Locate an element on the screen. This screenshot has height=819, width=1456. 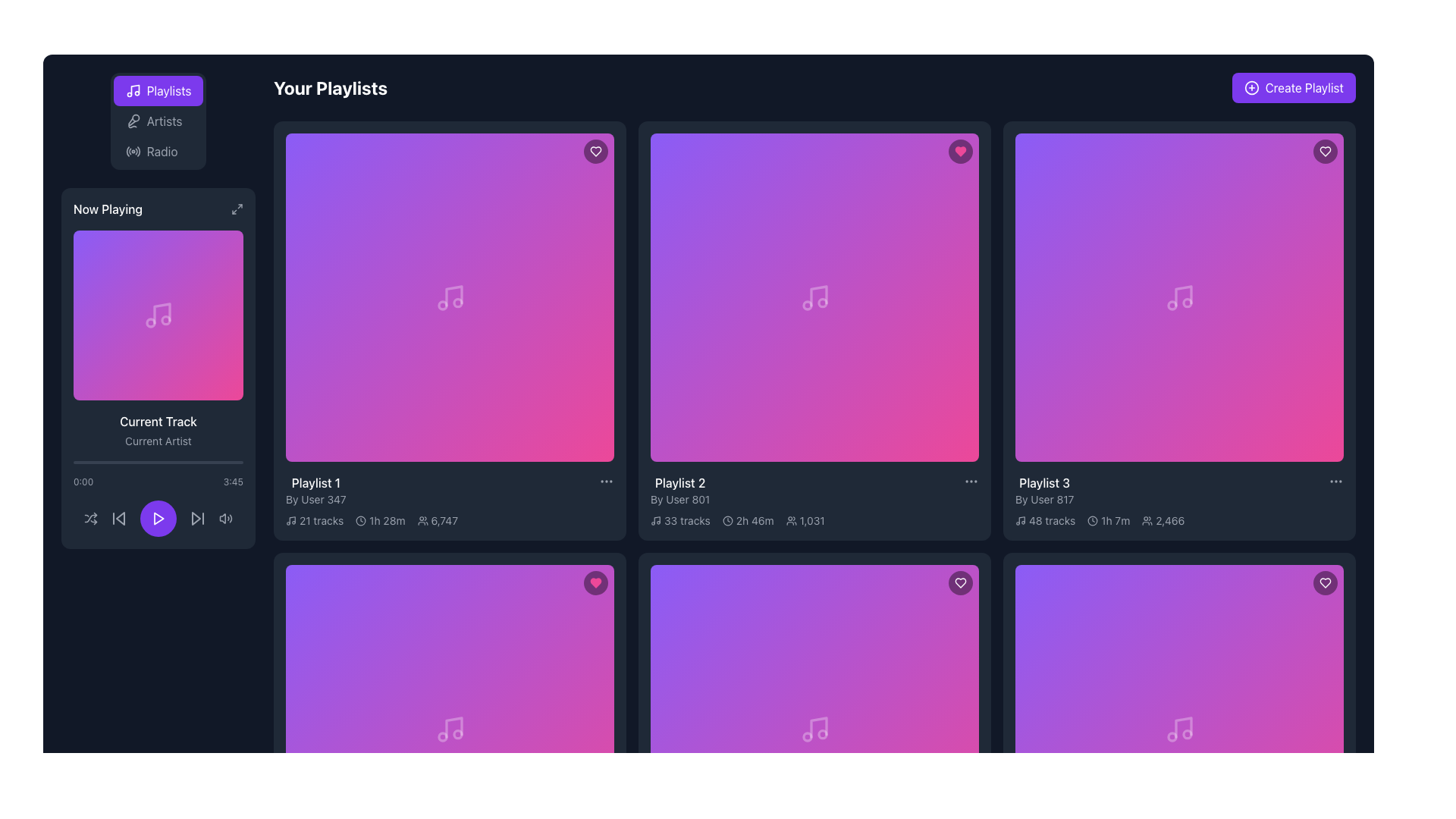
the heart icon in the top-right corner of 'Playlist 2' to mark the playlist as a favorite is located at coordinates (595, 582).